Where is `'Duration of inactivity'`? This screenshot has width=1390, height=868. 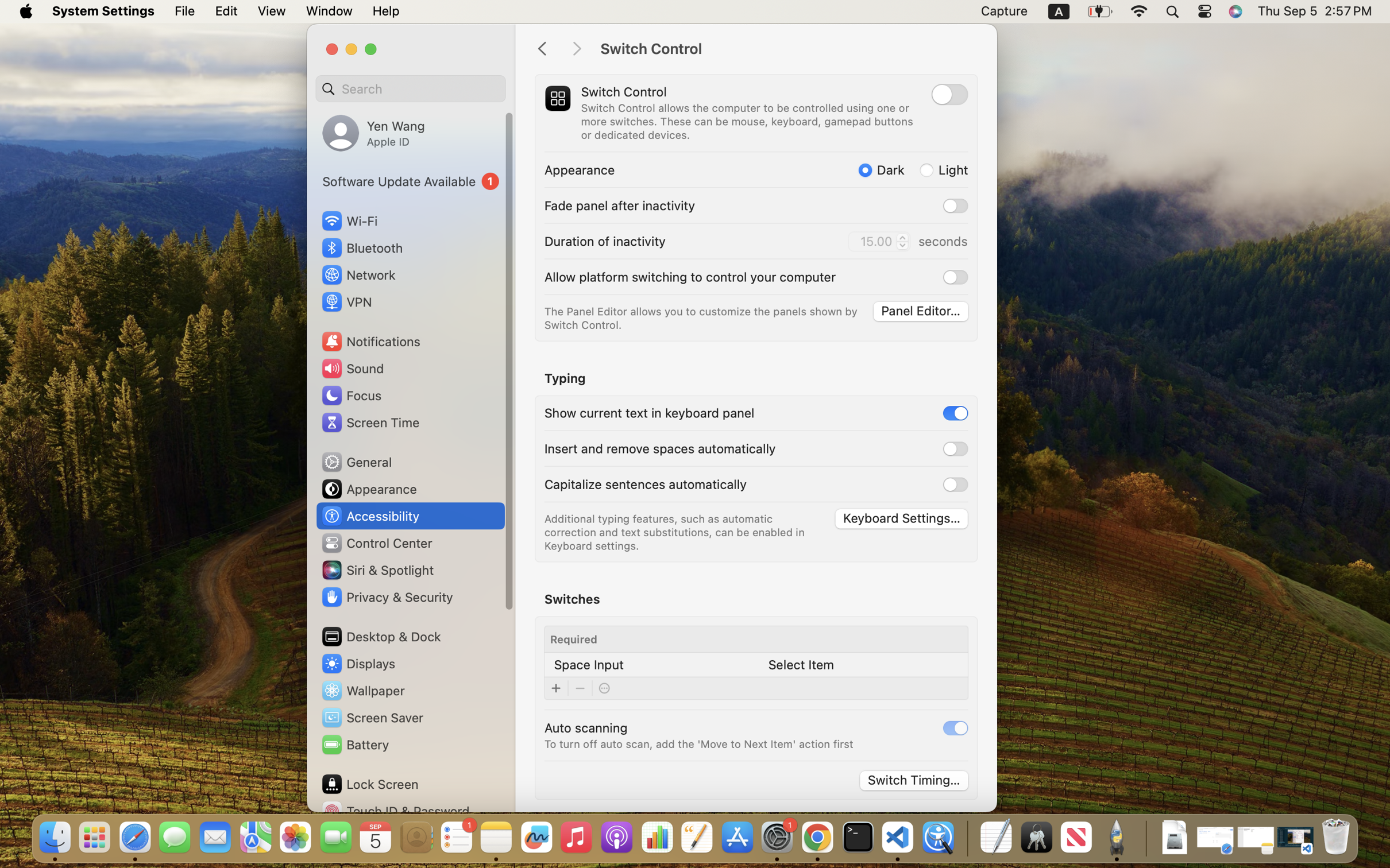
'Duration of inactivity' is located at coordinates (604, 241).